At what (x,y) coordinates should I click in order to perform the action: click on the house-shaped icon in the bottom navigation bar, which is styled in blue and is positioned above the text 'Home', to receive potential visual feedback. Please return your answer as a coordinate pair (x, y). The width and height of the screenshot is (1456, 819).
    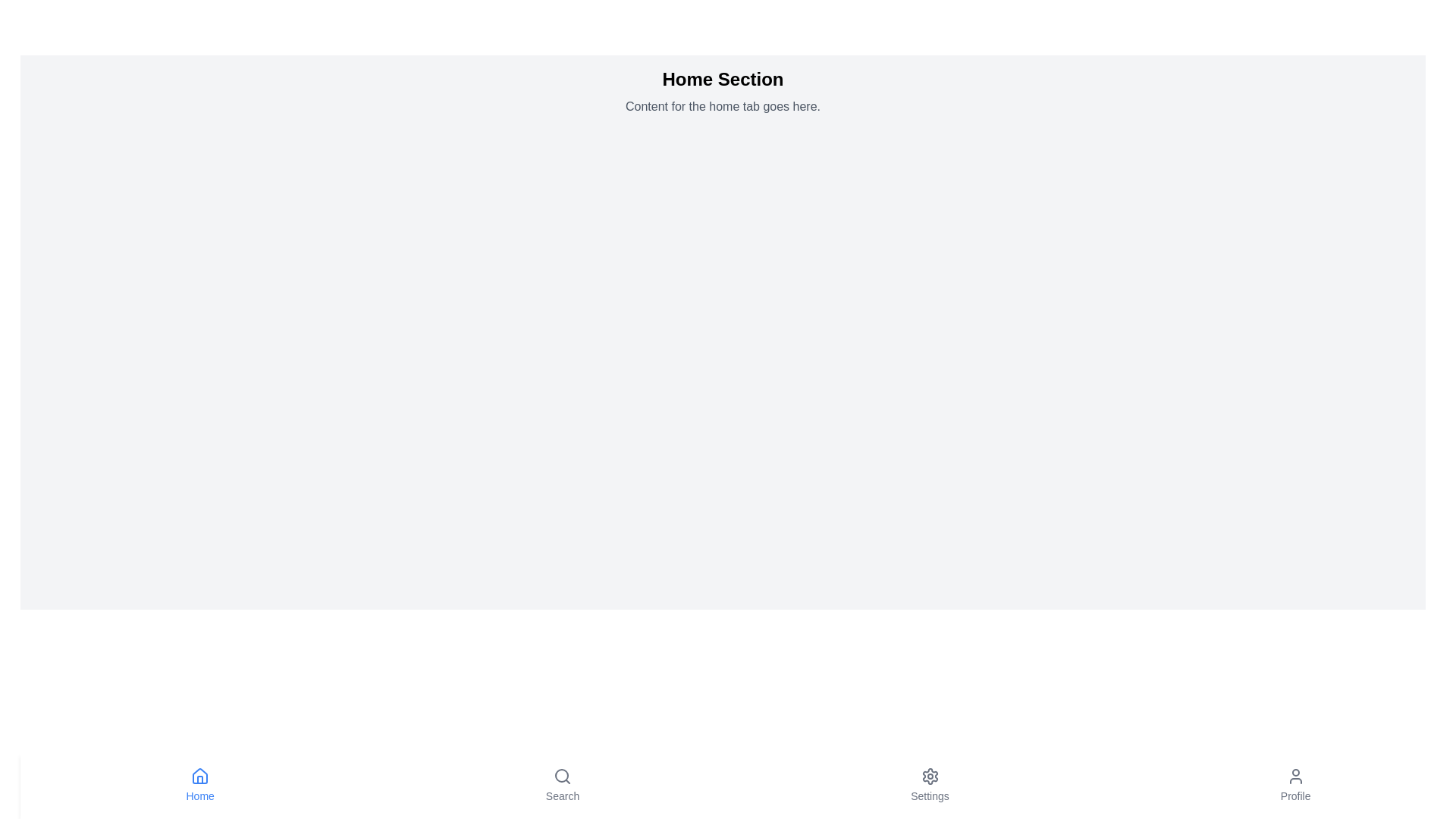
    Looking at the image, I should click on (199, 776).